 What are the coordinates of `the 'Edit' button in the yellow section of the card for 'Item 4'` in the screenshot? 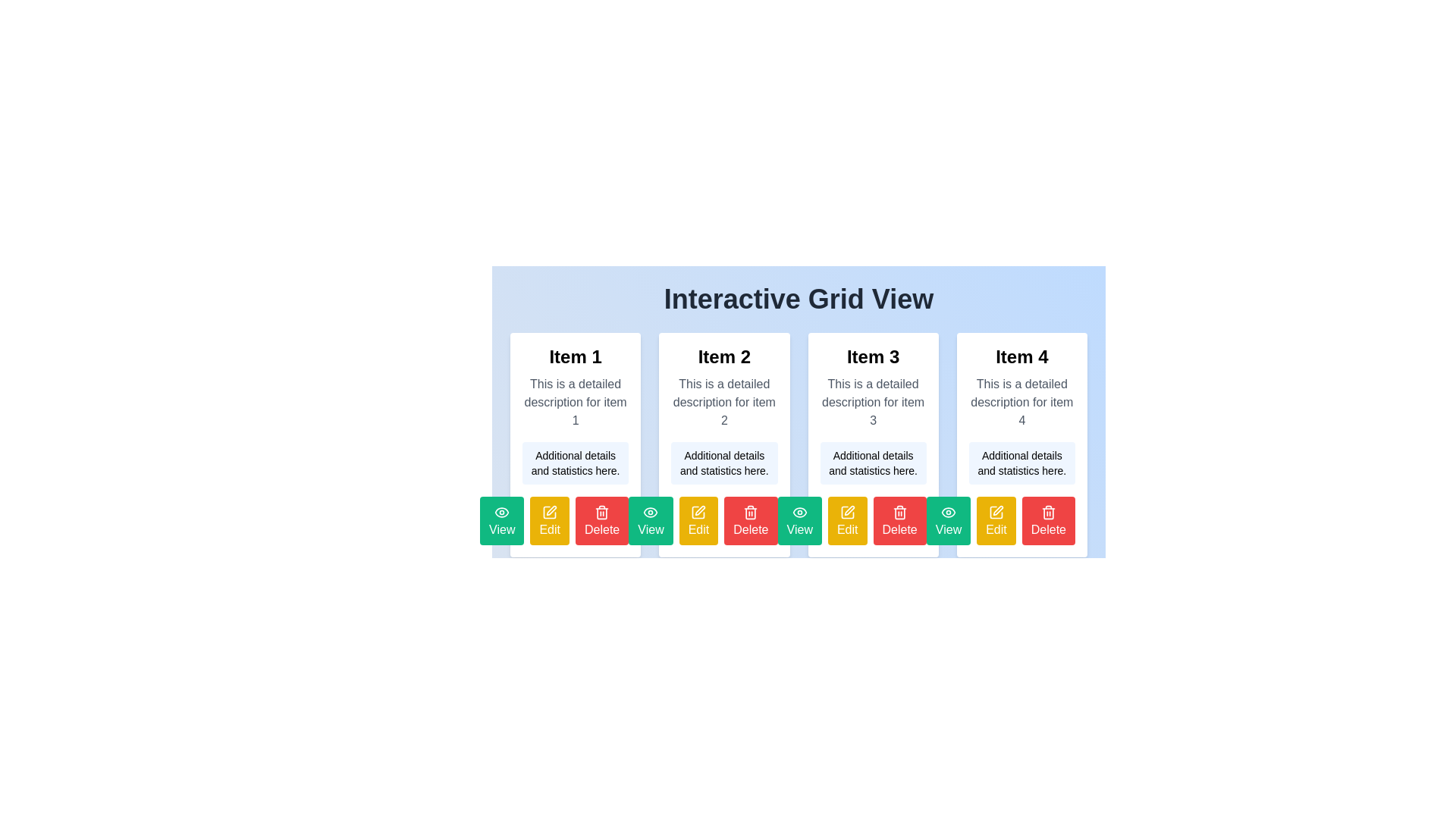 It's located at (996, 519).